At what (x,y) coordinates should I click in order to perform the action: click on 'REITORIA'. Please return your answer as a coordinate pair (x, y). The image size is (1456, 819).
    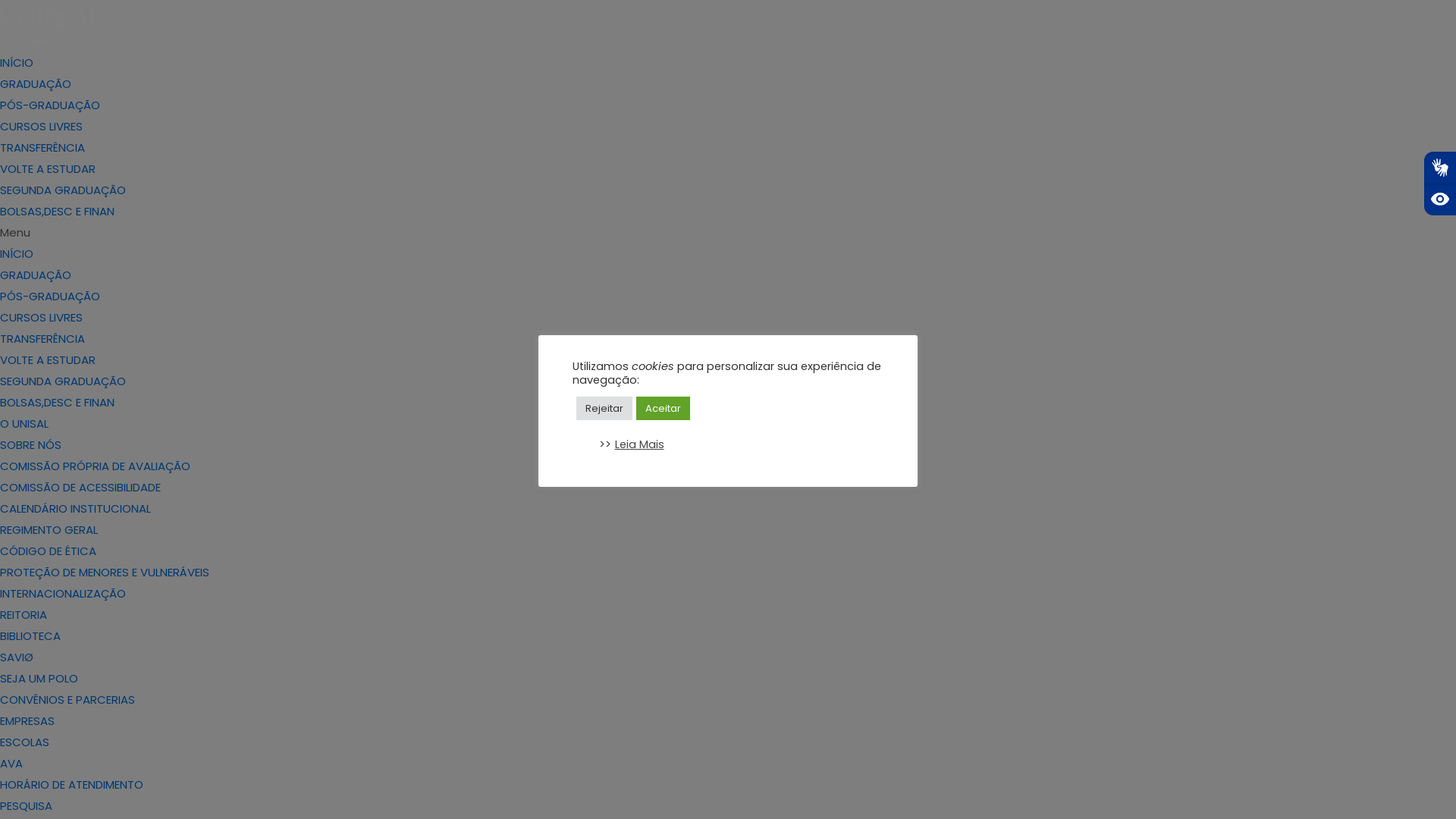
    Looking at the image, I should click on (23, 614).